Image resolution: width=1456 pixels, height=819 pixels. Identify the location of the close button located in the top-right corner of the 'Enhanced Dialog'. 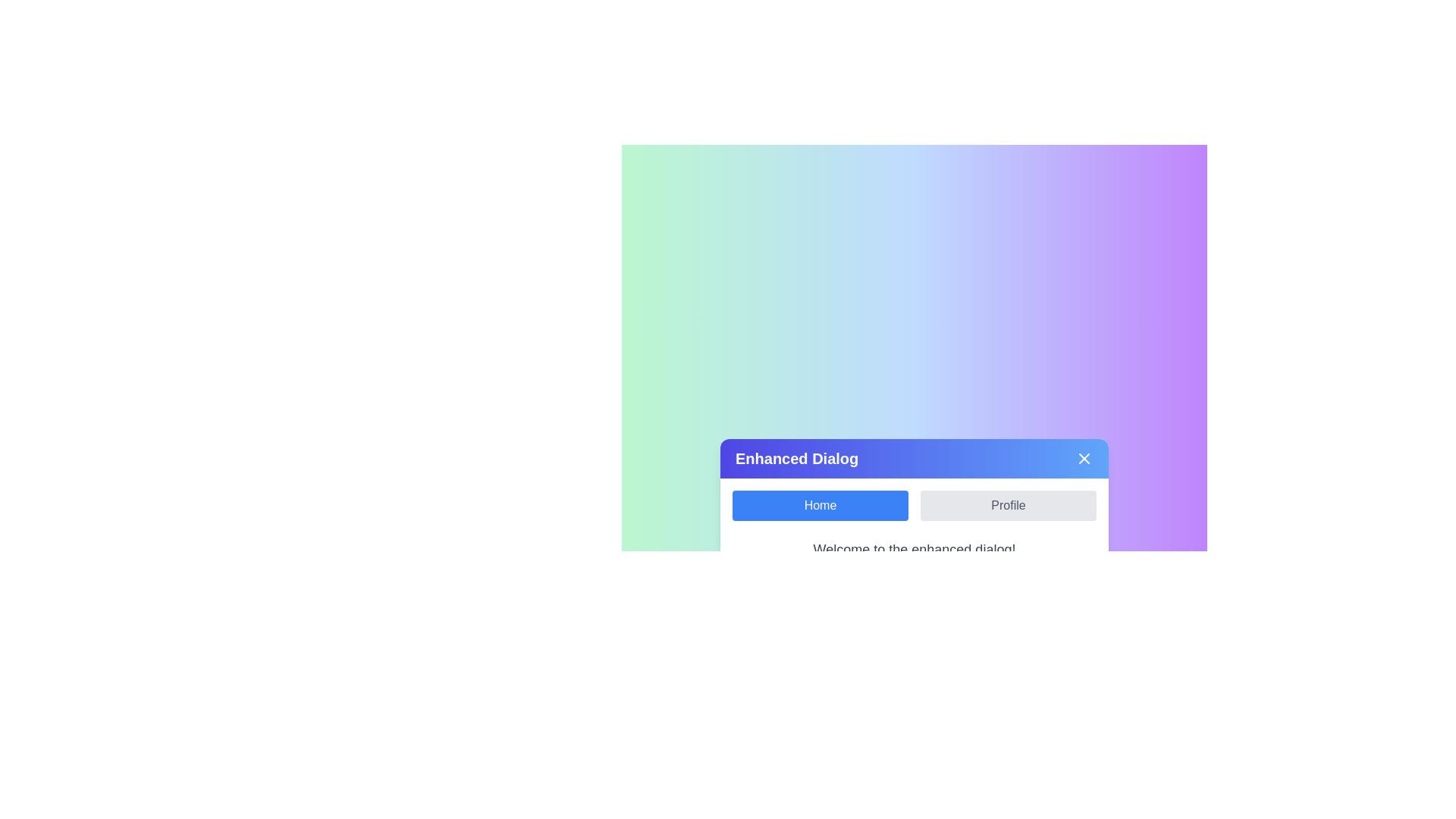
(1084, 458).